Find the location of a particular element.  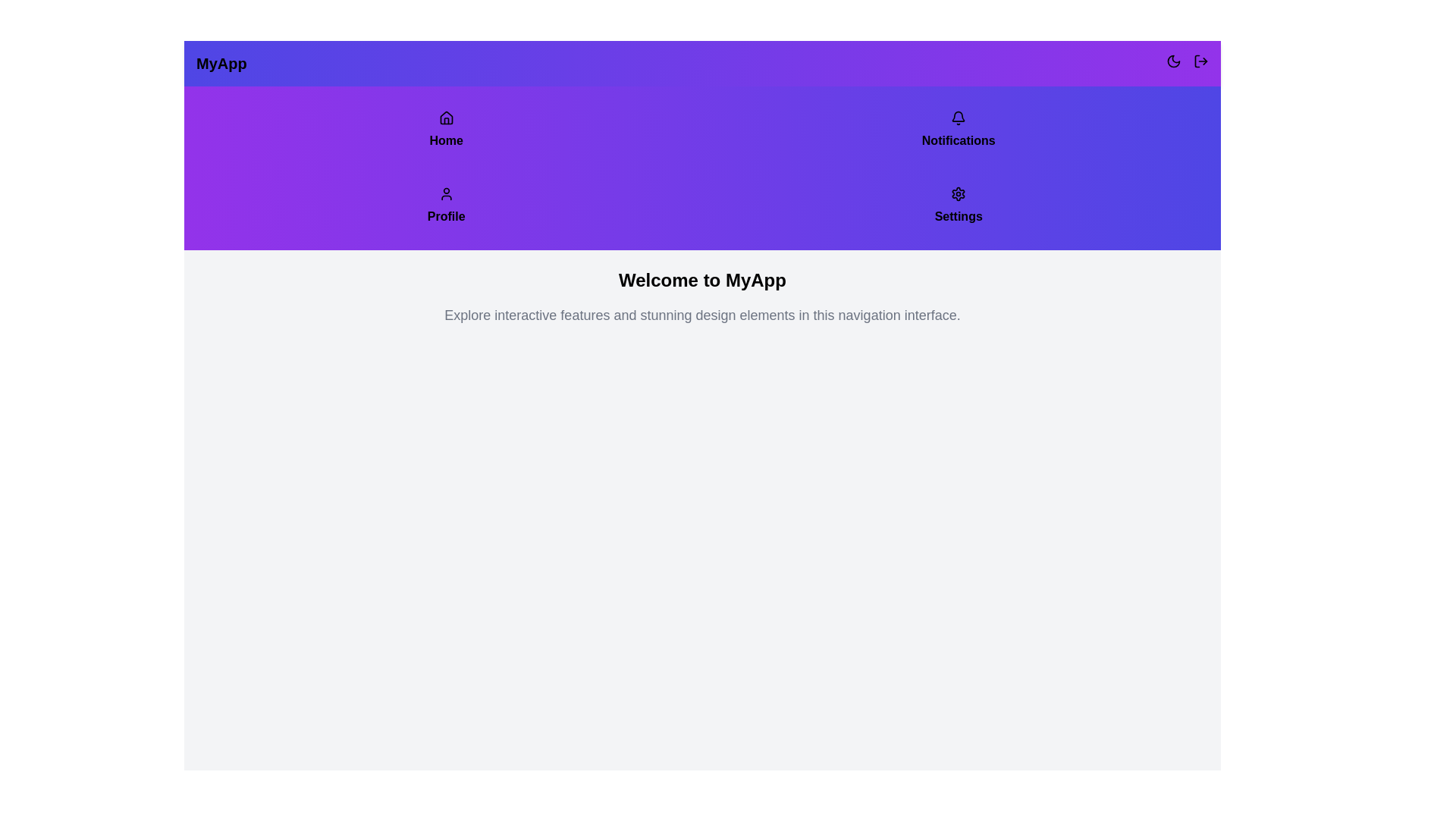

the Profile tab to navigate to the Profile section is located at coordinates (445, 206).